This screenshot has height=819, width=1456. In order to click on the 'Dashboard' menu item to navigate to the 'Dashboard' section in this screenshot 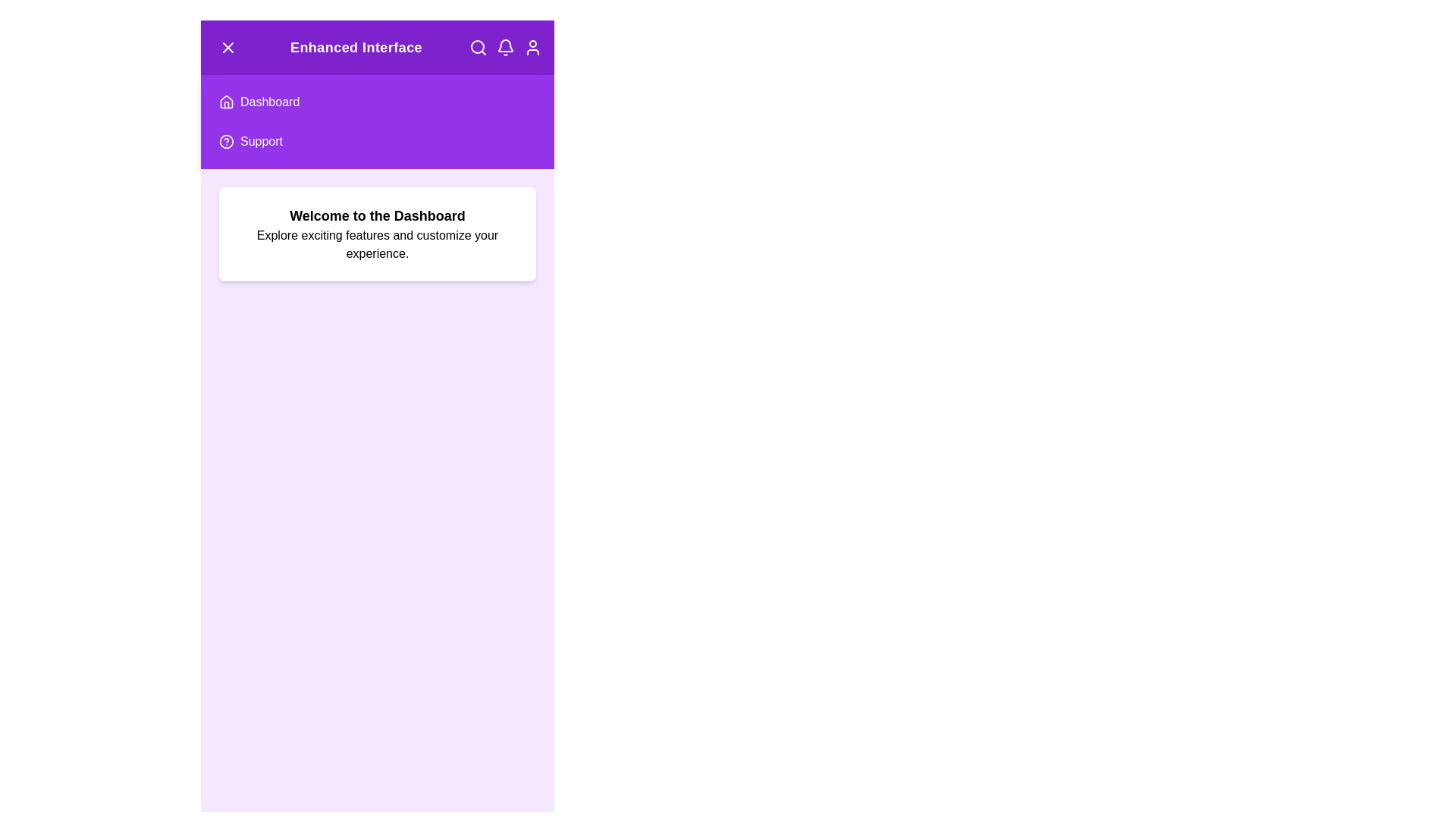, I will do `click(378, 102)`.